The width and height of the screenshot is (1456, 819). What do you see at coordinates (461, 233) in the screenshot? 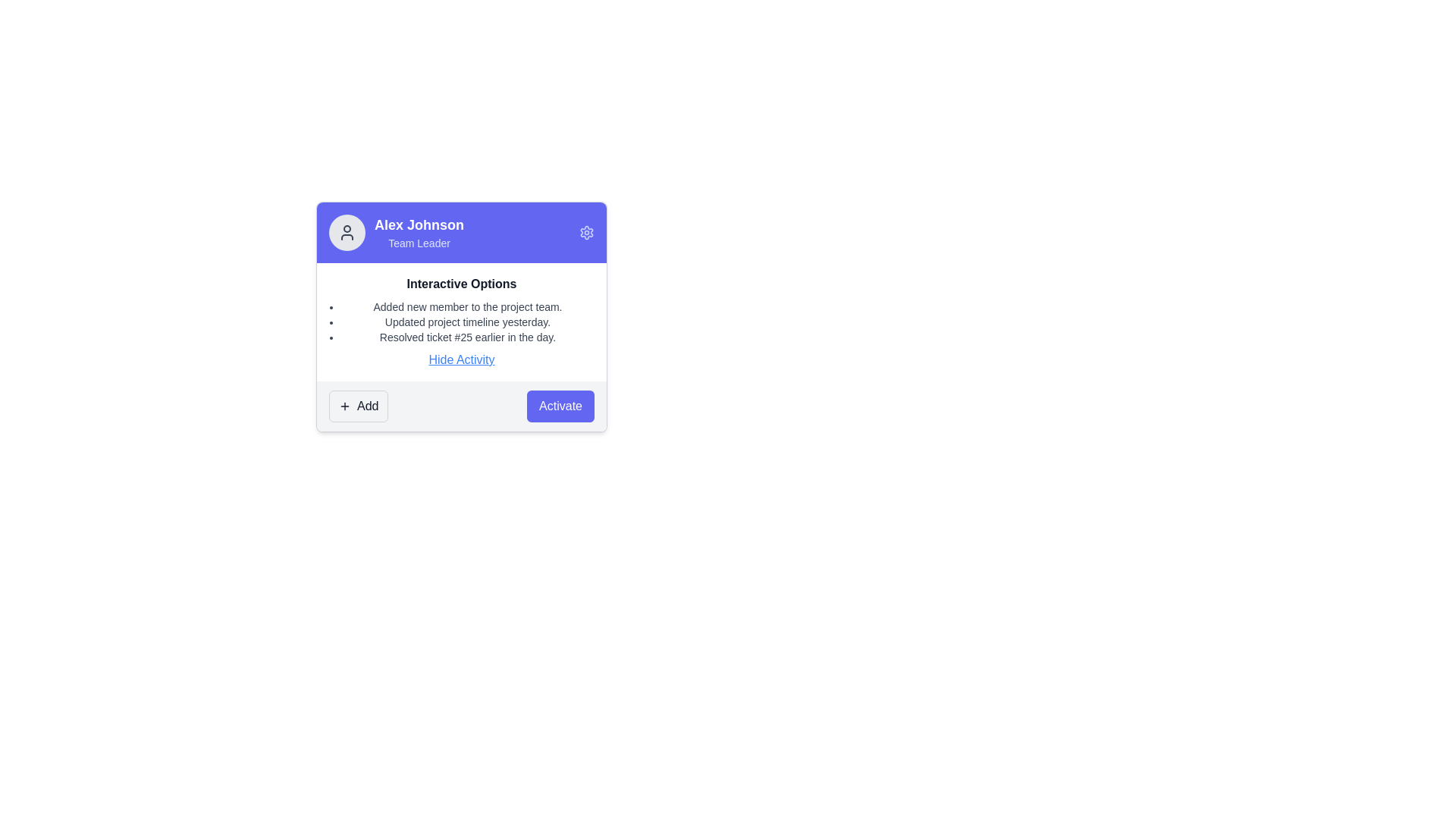
I see `the Header section of the card, which features a purple-tinted background with the name 'Alex Johnson' in bold and a subtitle 'Team Leader', along with circular and gear icons on the left and right respectively` at bounding box center [461, 233].